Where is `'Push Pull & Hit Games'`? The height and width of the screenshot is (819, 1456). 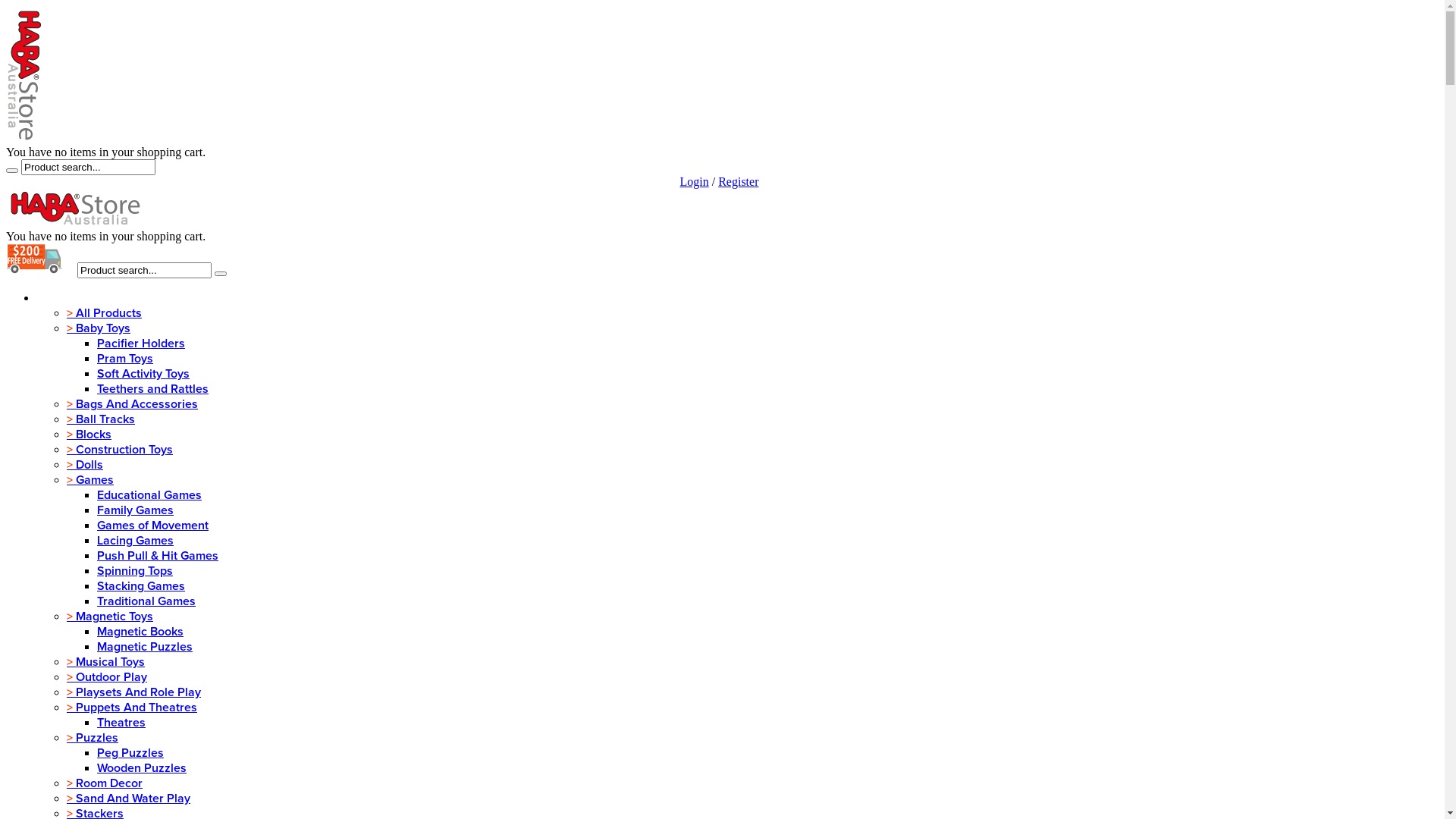
'Push Pull & Hit Games' is located at coordinates (157, 555).